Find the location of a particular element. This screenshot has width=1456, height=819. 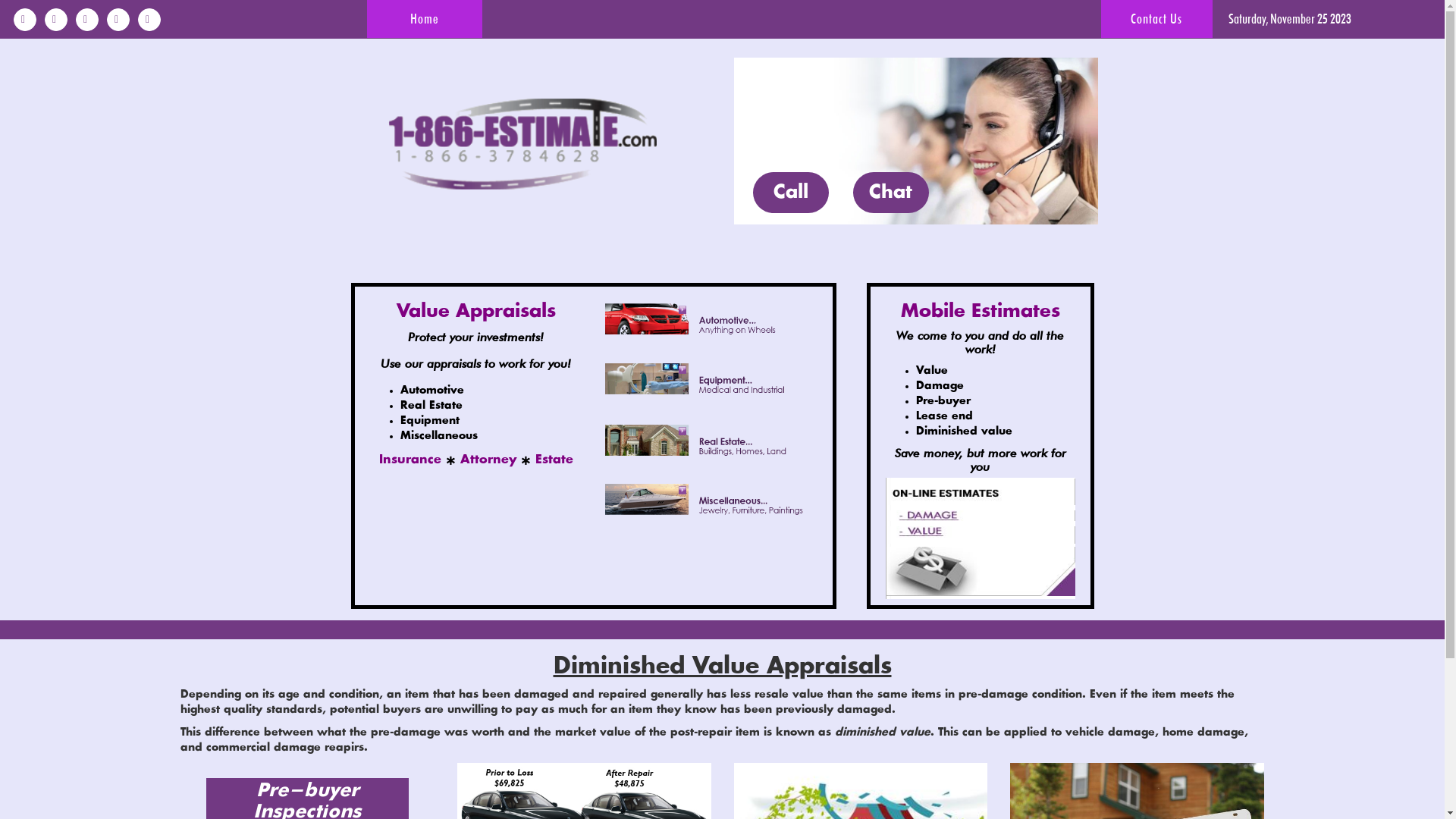

'Contact Us' is located at coordinates (1156, 18).